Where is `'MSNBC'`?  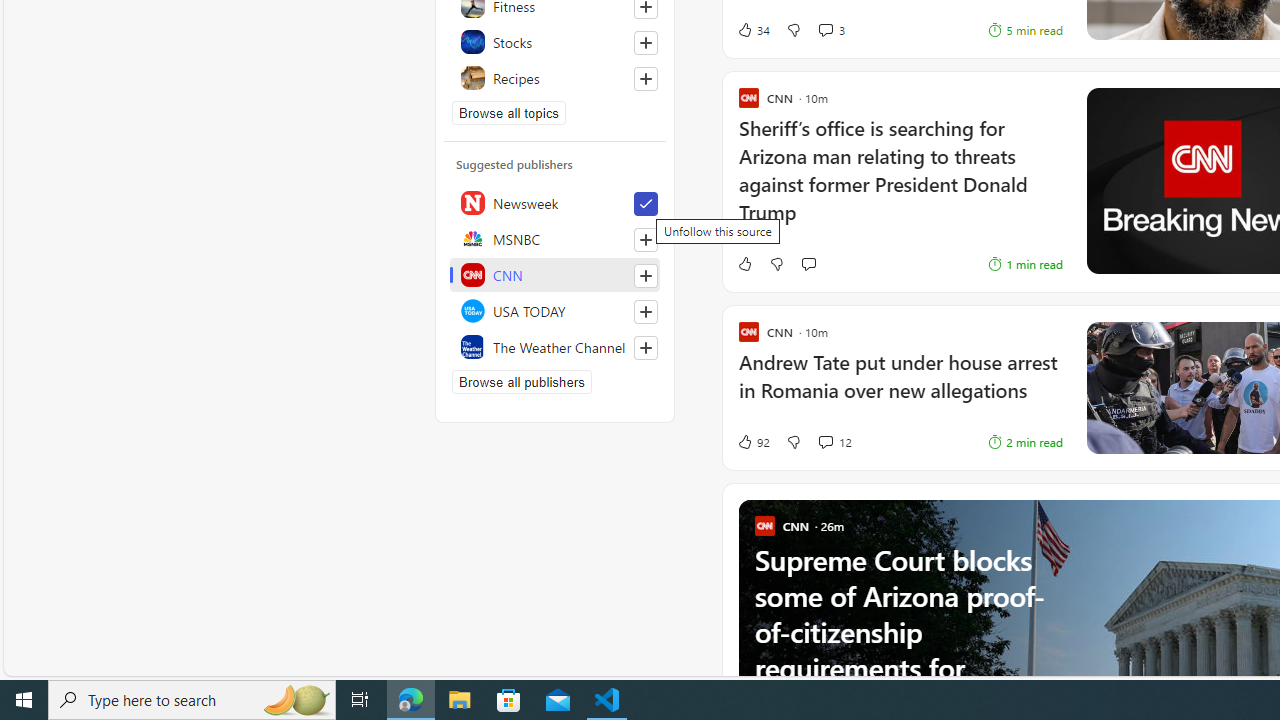 'MSNBC' is located at coordinates (555, 238).